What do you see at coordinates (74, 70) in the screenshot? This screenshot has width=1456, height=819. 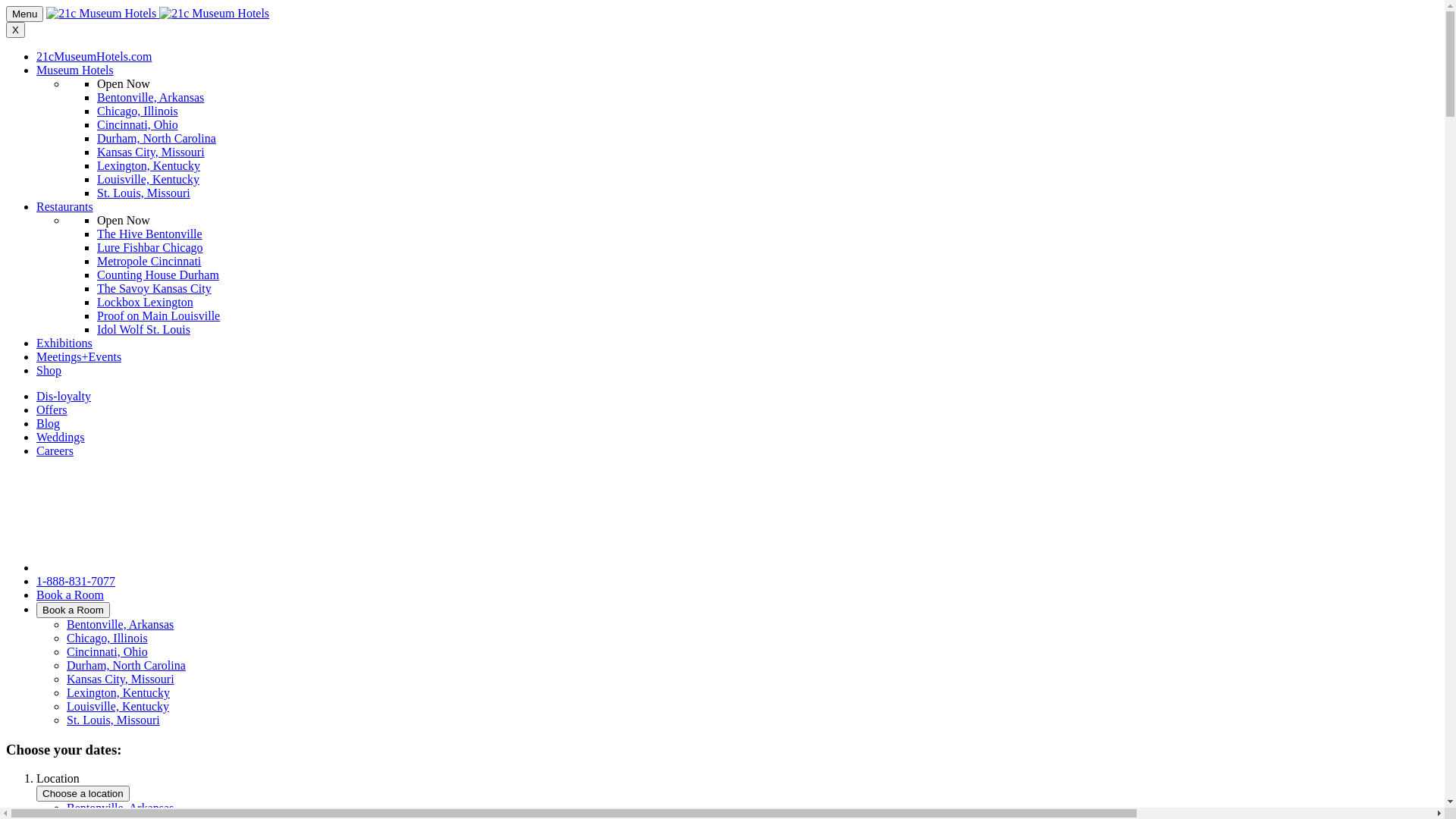 I see `'Museum Hotels'` at bounding box center [74, 70].